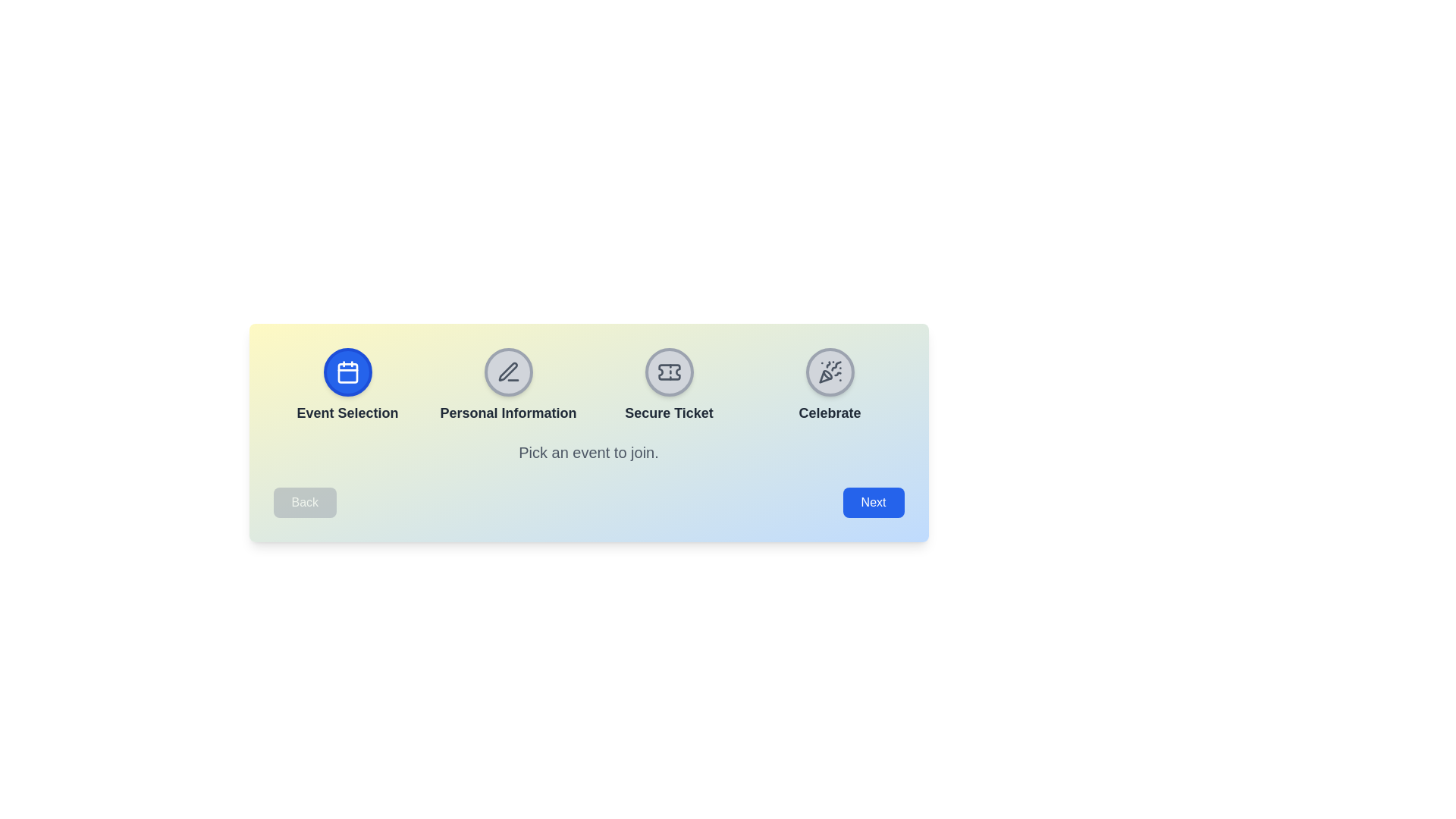 The width and height of the screenshot is (1456, 819). Describe the element at coordinates (874, 503) in the screenshot. I see `the 'Next' button to proceed to the next step` at that location.